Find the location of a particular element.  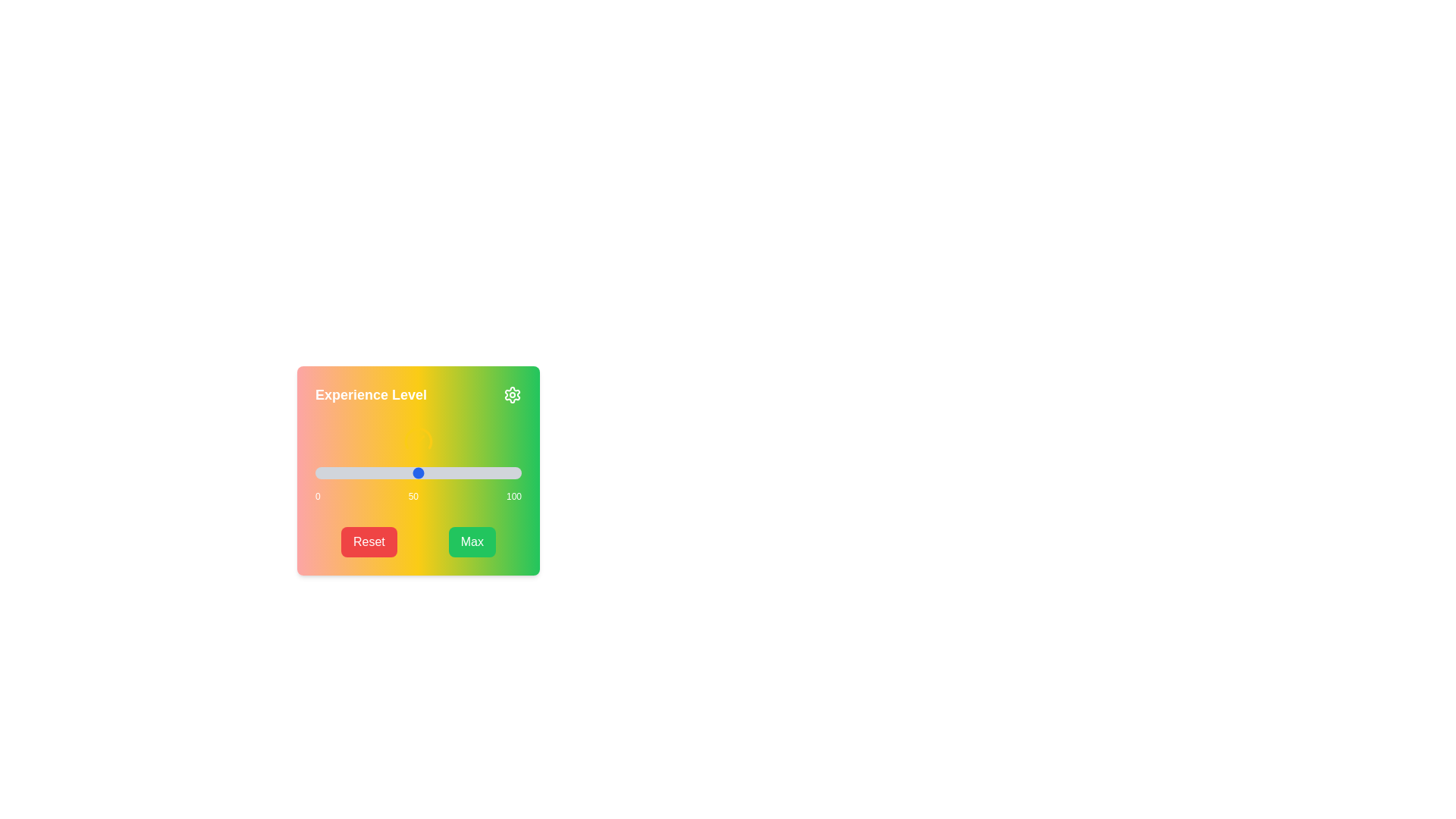

the slider to set the value to 88 is located at coordinates (497, 472).